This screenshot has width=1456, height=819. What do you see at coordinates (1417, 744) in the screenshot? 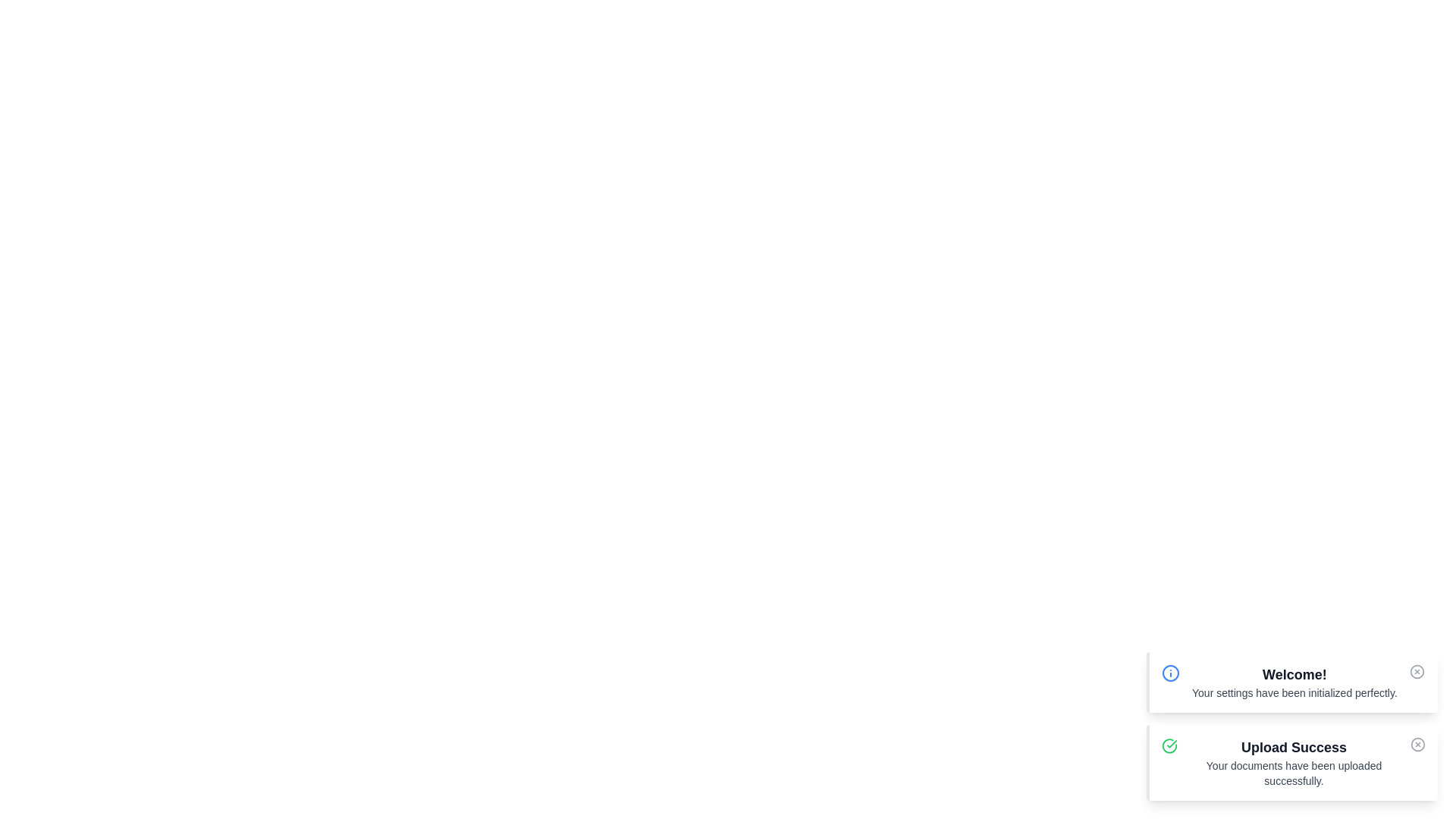
I see `the close button of the notification with title Upload Success` at bounding box center [1417, 744].